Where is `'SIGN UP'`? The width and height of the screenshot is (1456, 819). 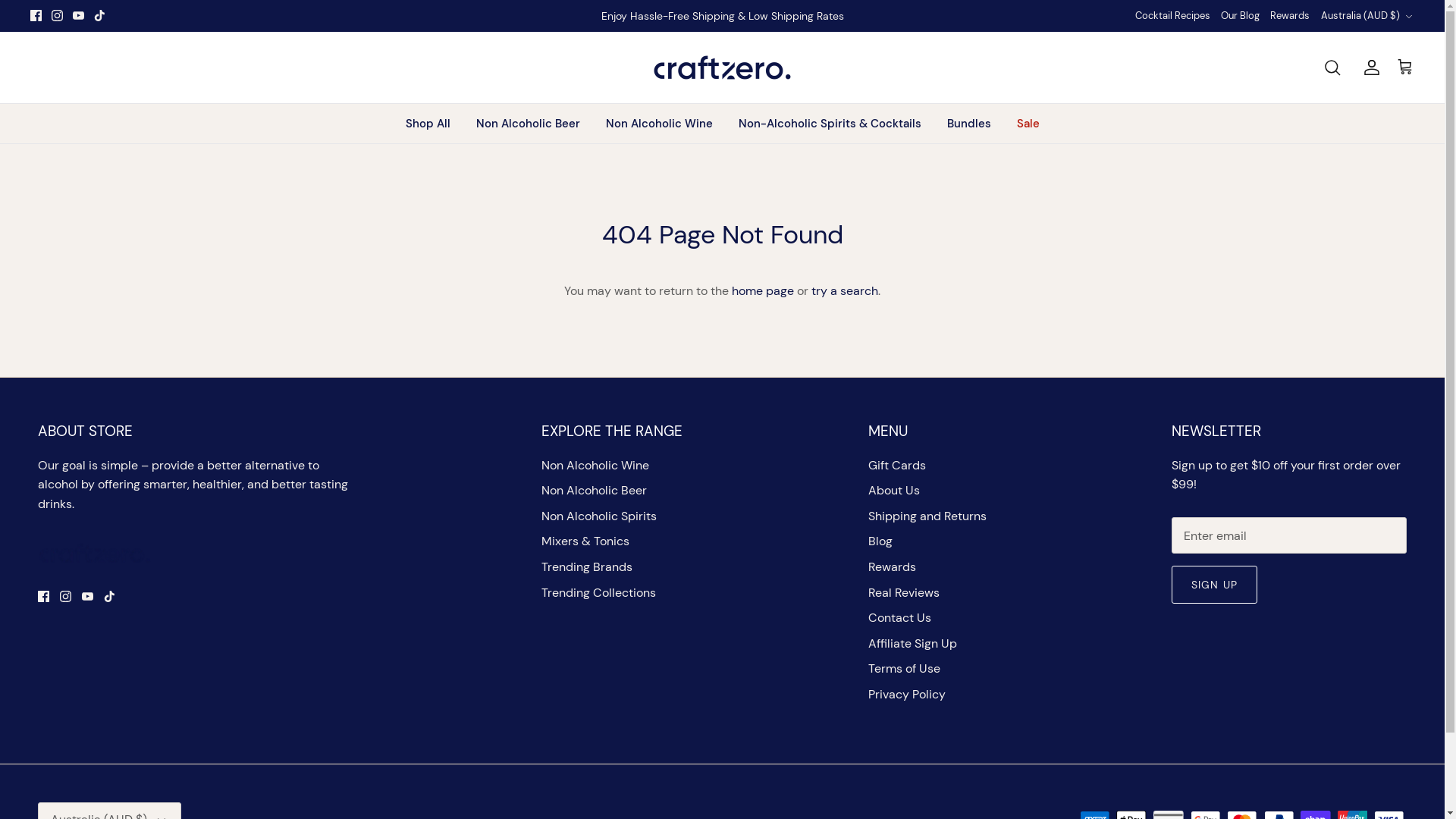 'SIGN UP' is located at coordinates (1214, 584).